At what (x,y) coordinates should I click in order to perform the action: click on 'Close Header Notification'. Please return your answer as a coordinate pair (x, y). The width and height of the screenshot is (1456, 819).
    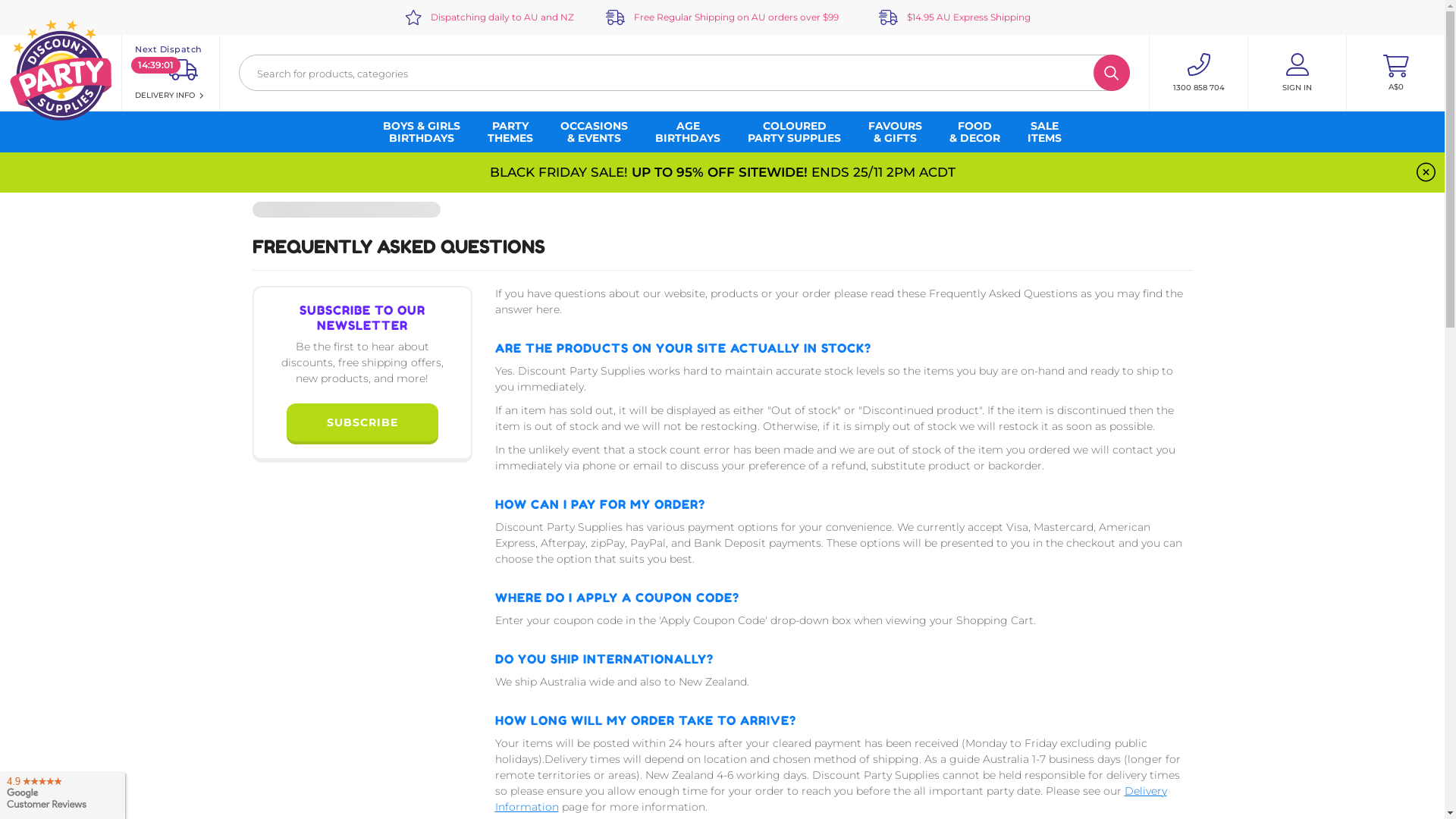
    Looking at the image, I should click on (1425, 171).